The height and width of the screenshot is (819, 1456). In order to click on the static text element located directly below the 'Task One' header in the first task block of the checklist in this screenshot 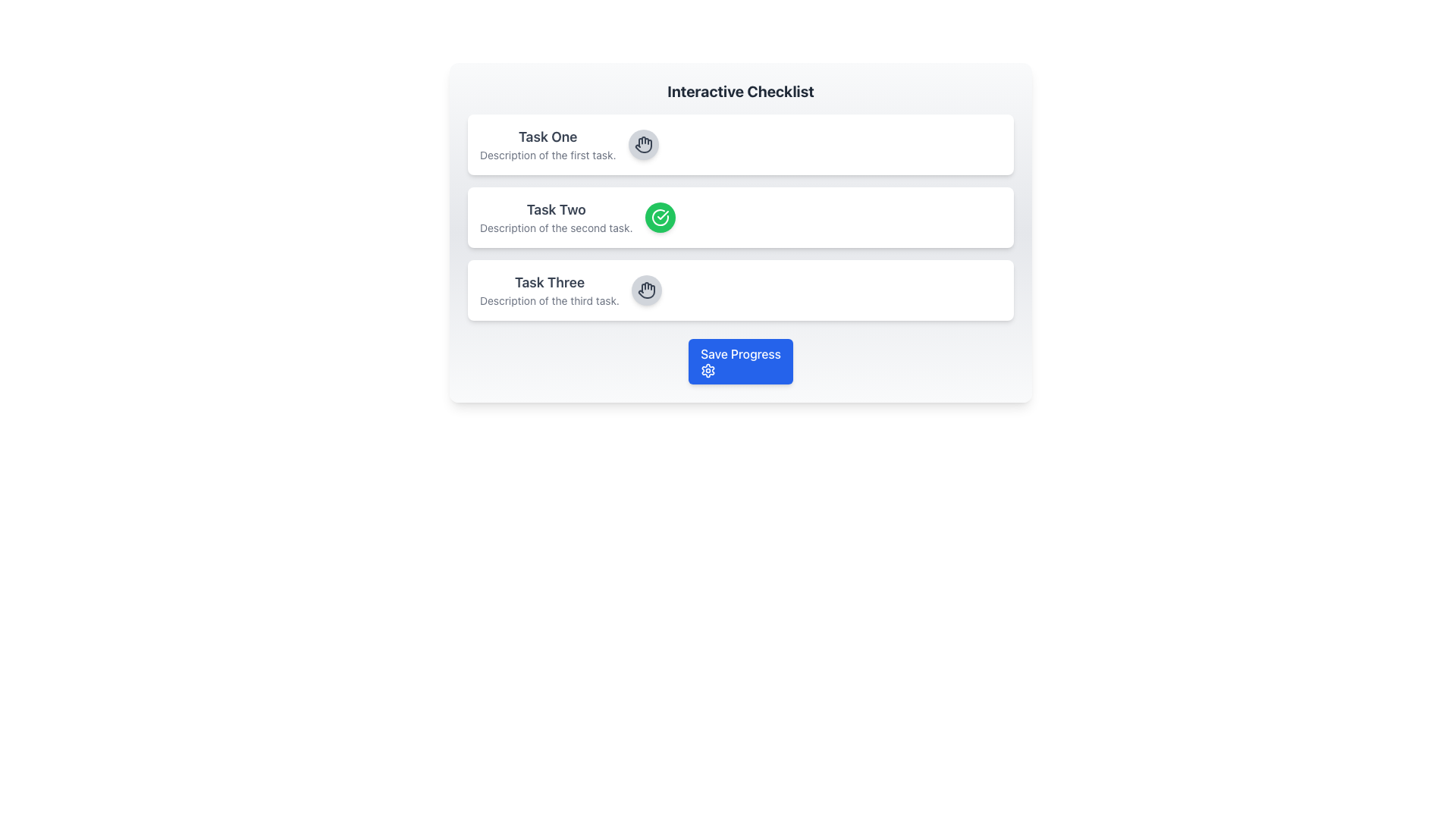, I will do `click(547, 155)`.